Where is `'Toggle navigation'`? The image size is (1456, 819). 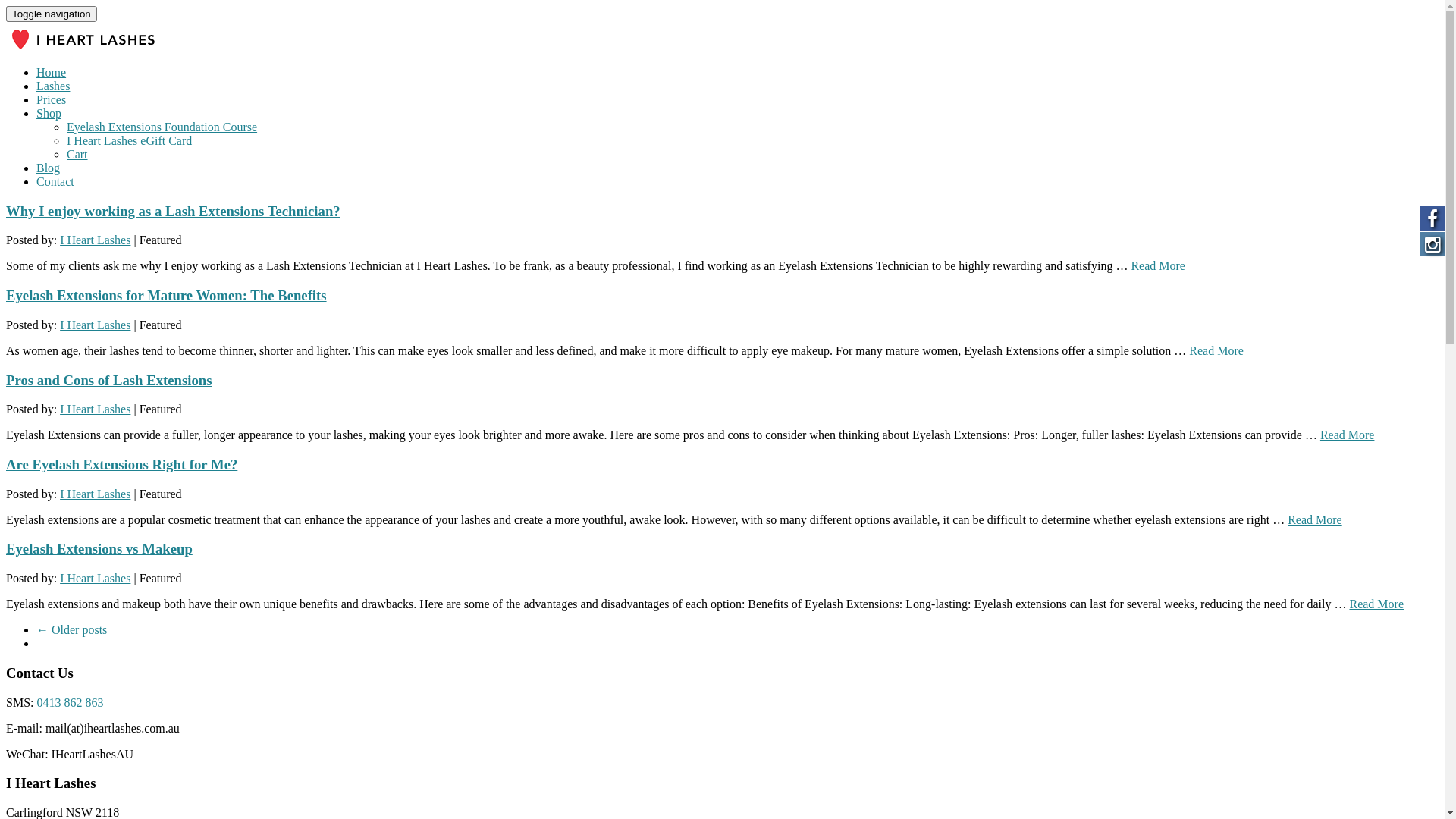 'Toggle navigation' is located at coordinates (51, 14).